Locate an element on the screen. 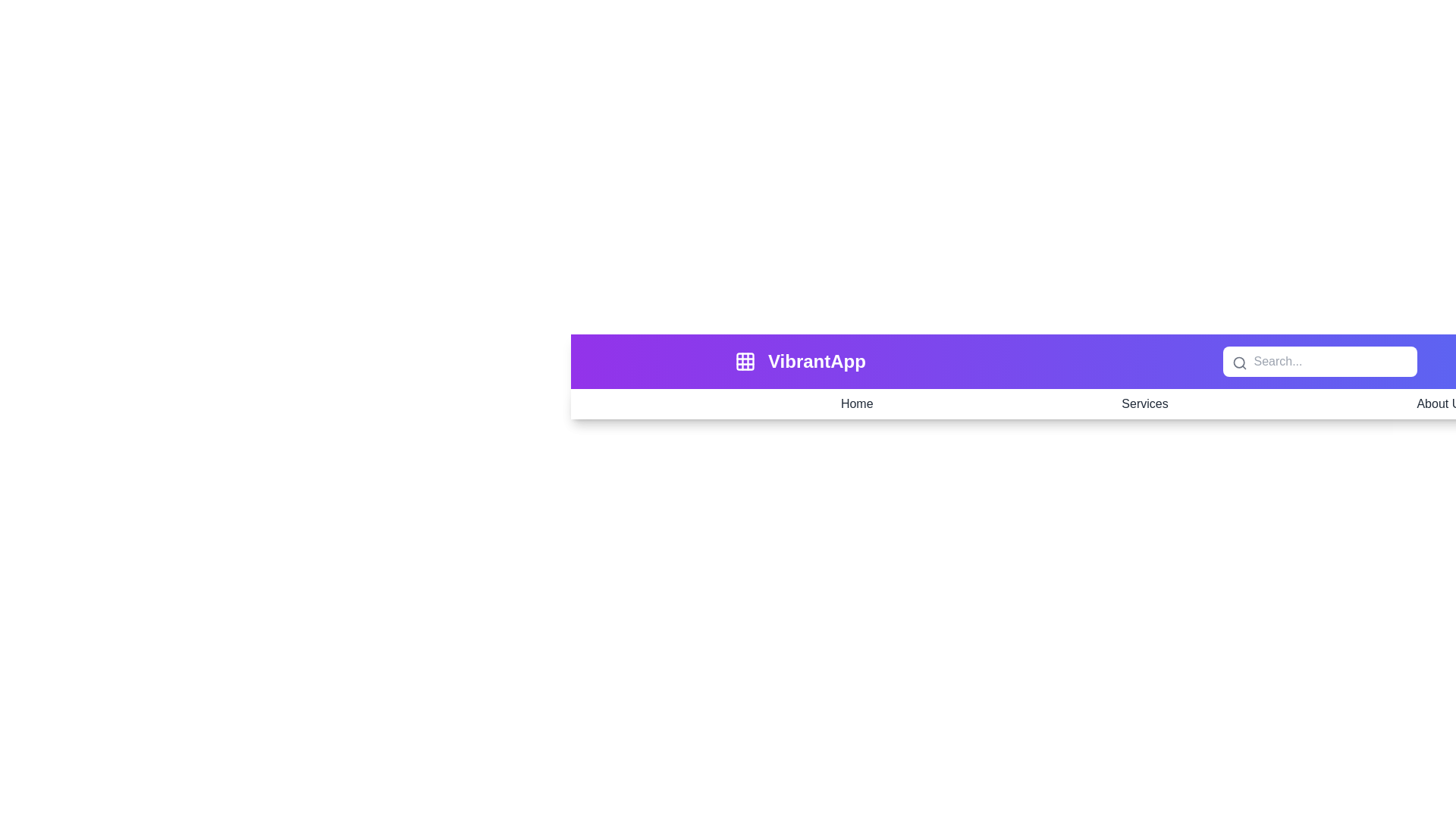 The height and width of the screenshot is (819, 1456). the navigation item Home is located at coordinates (857, 403).